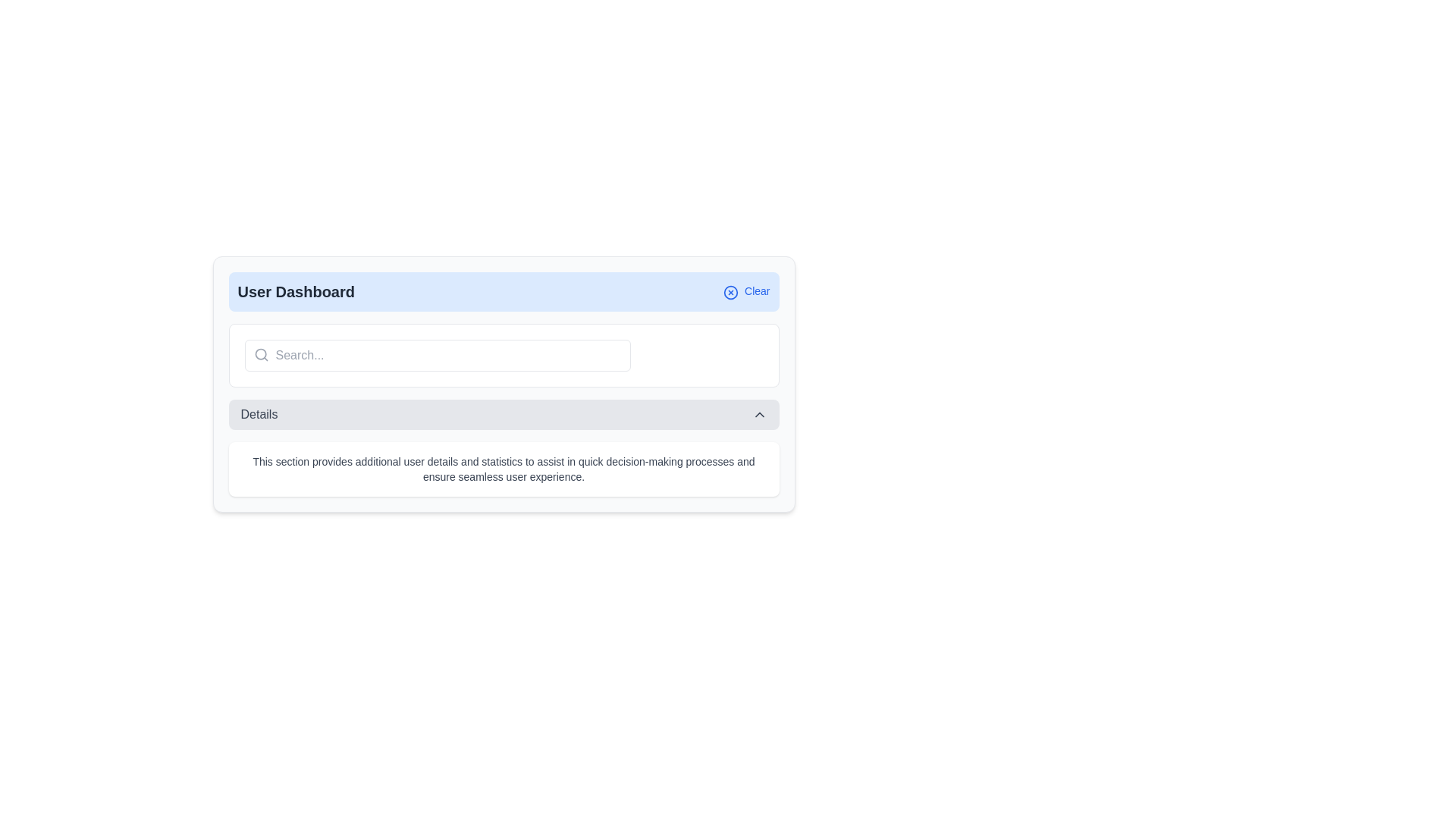  Describe the element at coordinates (504, 468) in the screenshot. I see `the text block with a light gray font located within the 'Details' card, which is the only text block inside the card, centered horizontally and near the top` at that location.